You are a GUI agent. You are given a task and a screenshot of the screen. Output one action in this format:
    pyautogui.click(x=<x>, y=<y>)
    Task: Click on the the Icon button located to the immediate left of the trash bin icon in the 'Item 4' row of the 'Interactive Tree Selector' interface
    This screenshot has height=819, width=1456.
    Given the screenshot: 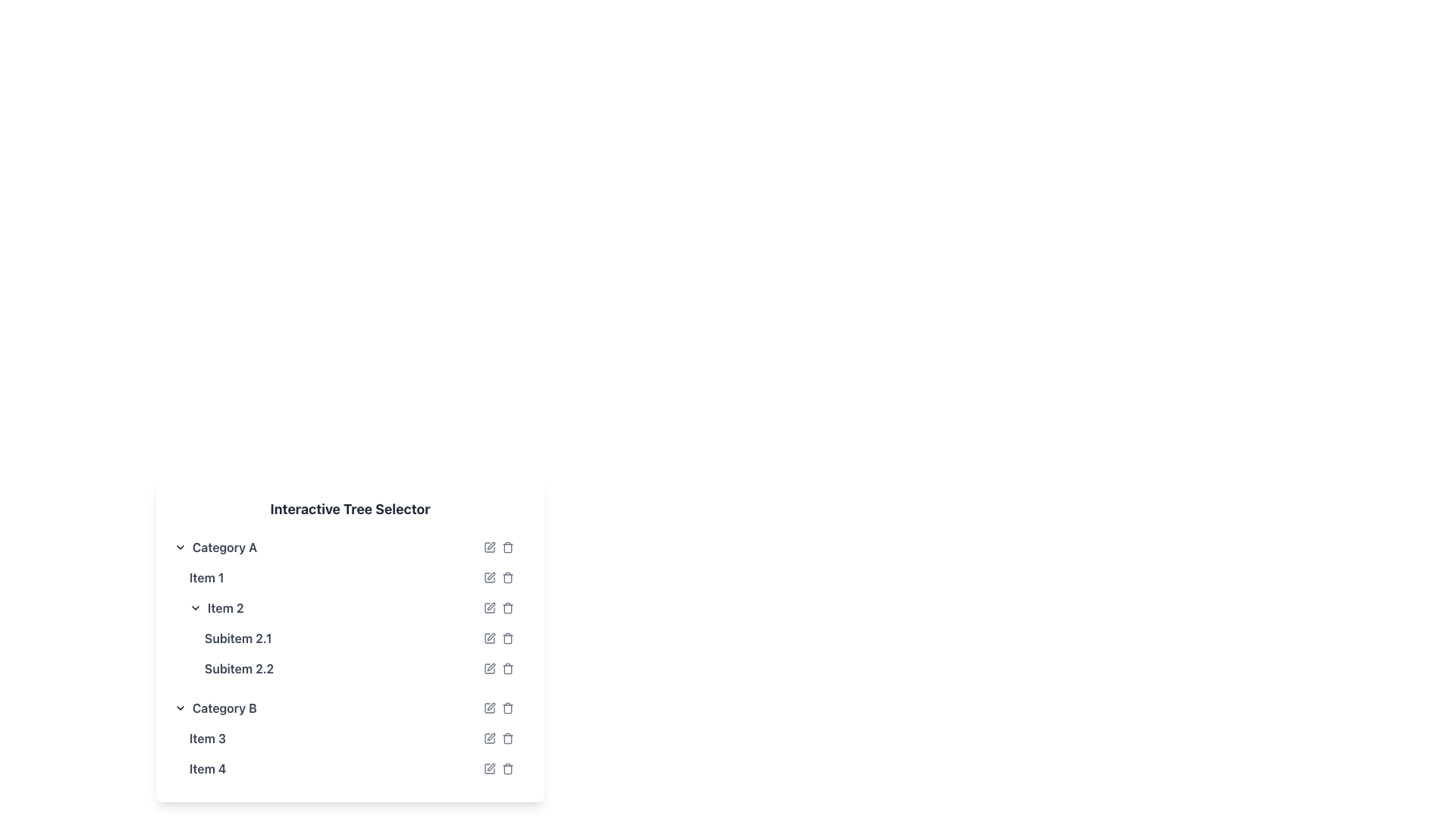 What is the action you would take?
    pyautogui.click(x=491, y=767)
    